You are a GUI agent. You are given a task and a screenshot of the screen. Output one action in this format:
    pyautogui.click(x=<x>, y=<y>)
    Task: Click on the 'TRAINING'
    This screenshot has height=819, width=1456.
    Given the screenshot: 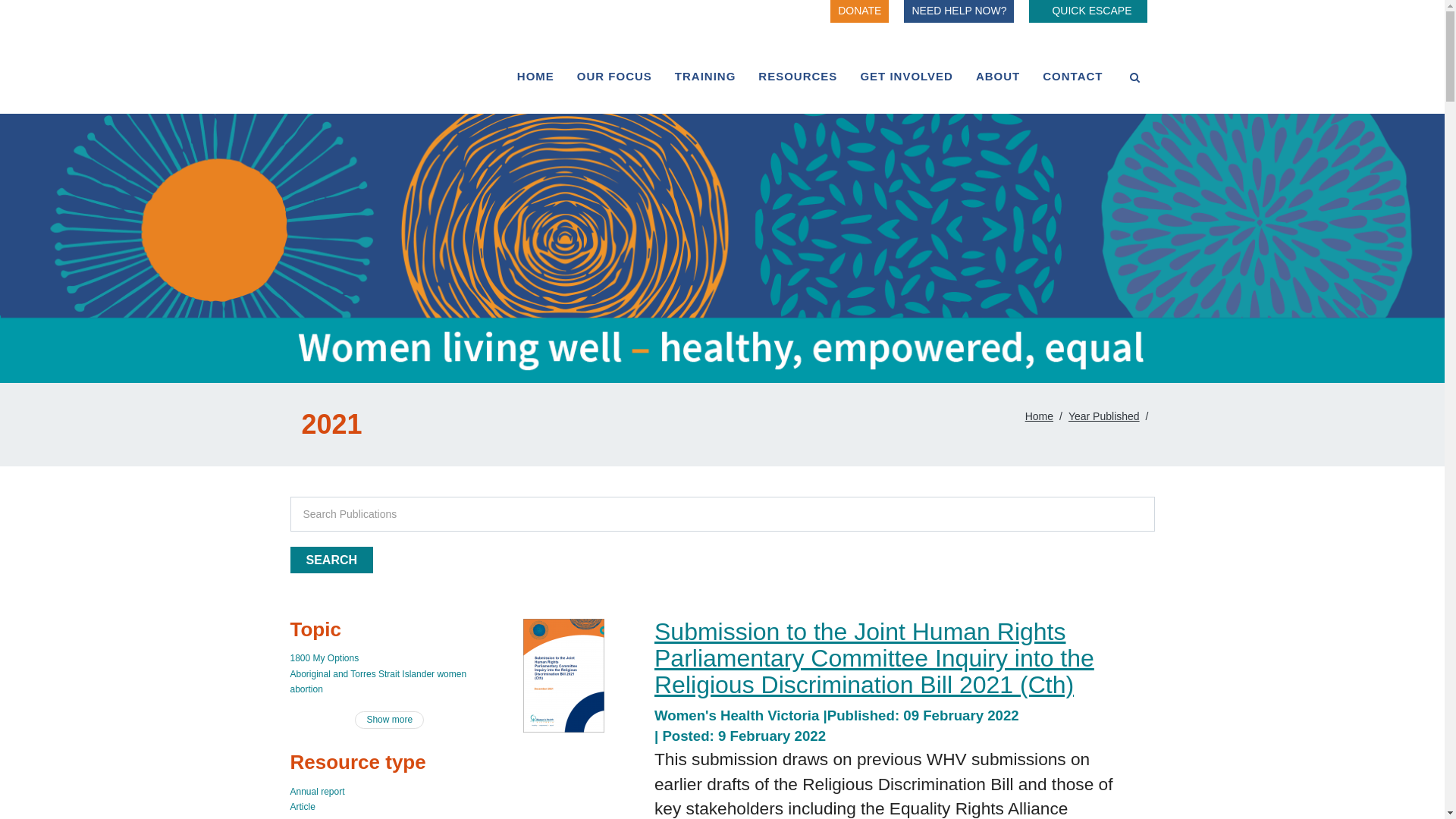 What is the action you would take?
    pyautogui.click(x=704, y=76)
    